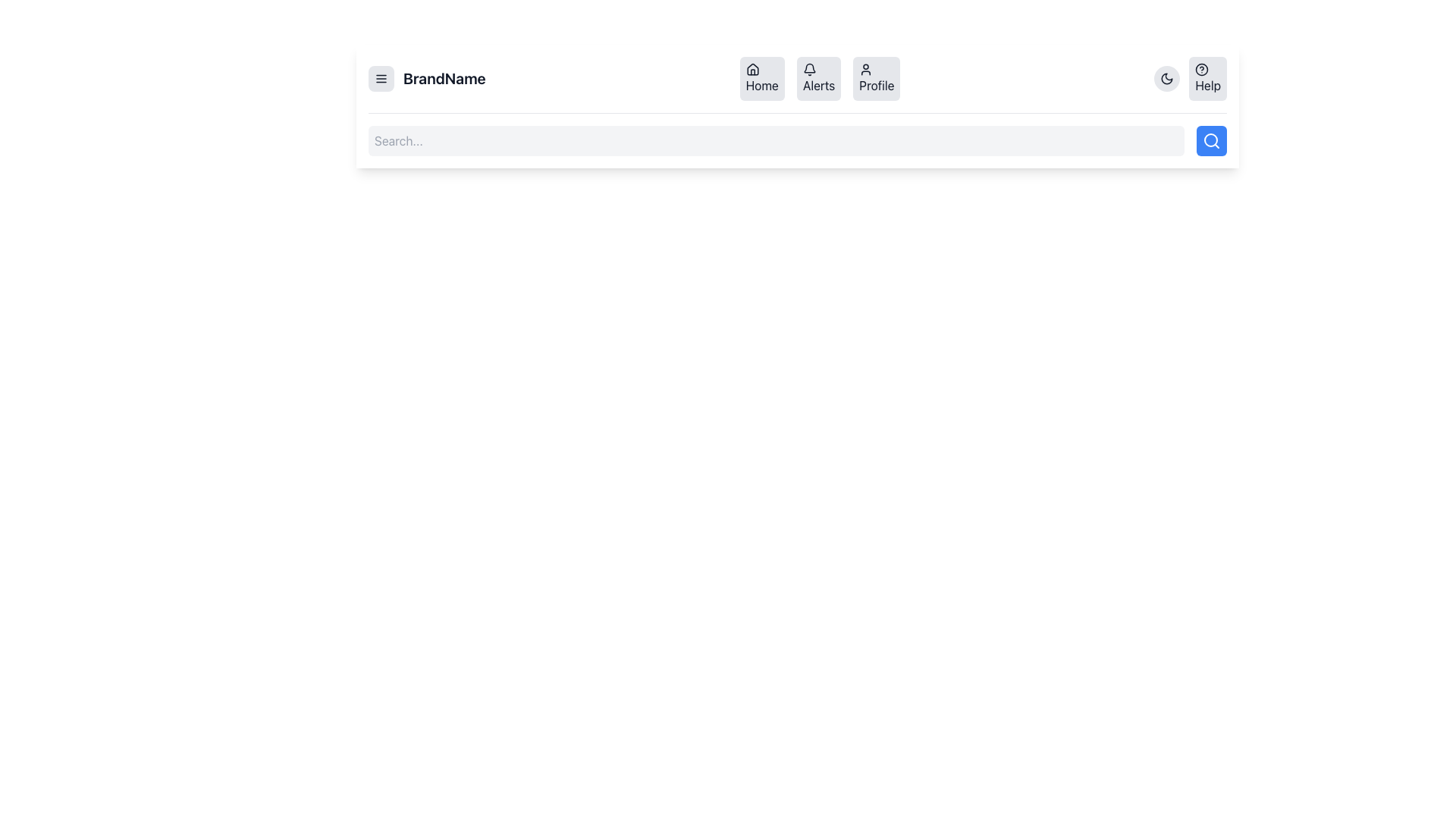 The image size is (1456, 819). What do you see at coordinates (808, 70) in the screenshot?
I see `the bell icon representing the 'Alerts' button located in the top navigation bar, which is the leftmost element inside the 'Alerts' button` at bounding box center [808, 70].